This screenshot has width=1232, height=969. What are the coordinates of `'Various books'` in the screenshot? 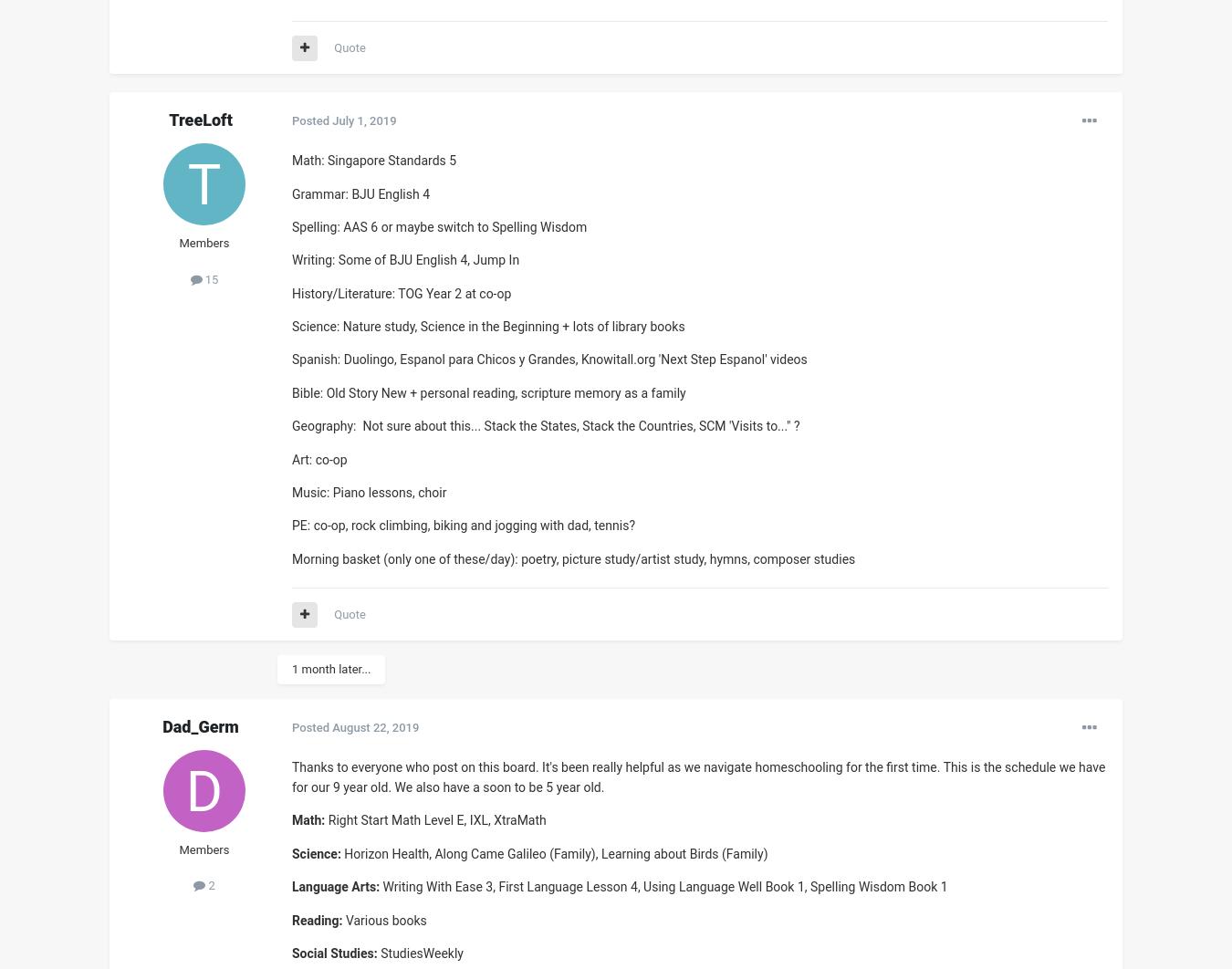 It's located at (342, 919).